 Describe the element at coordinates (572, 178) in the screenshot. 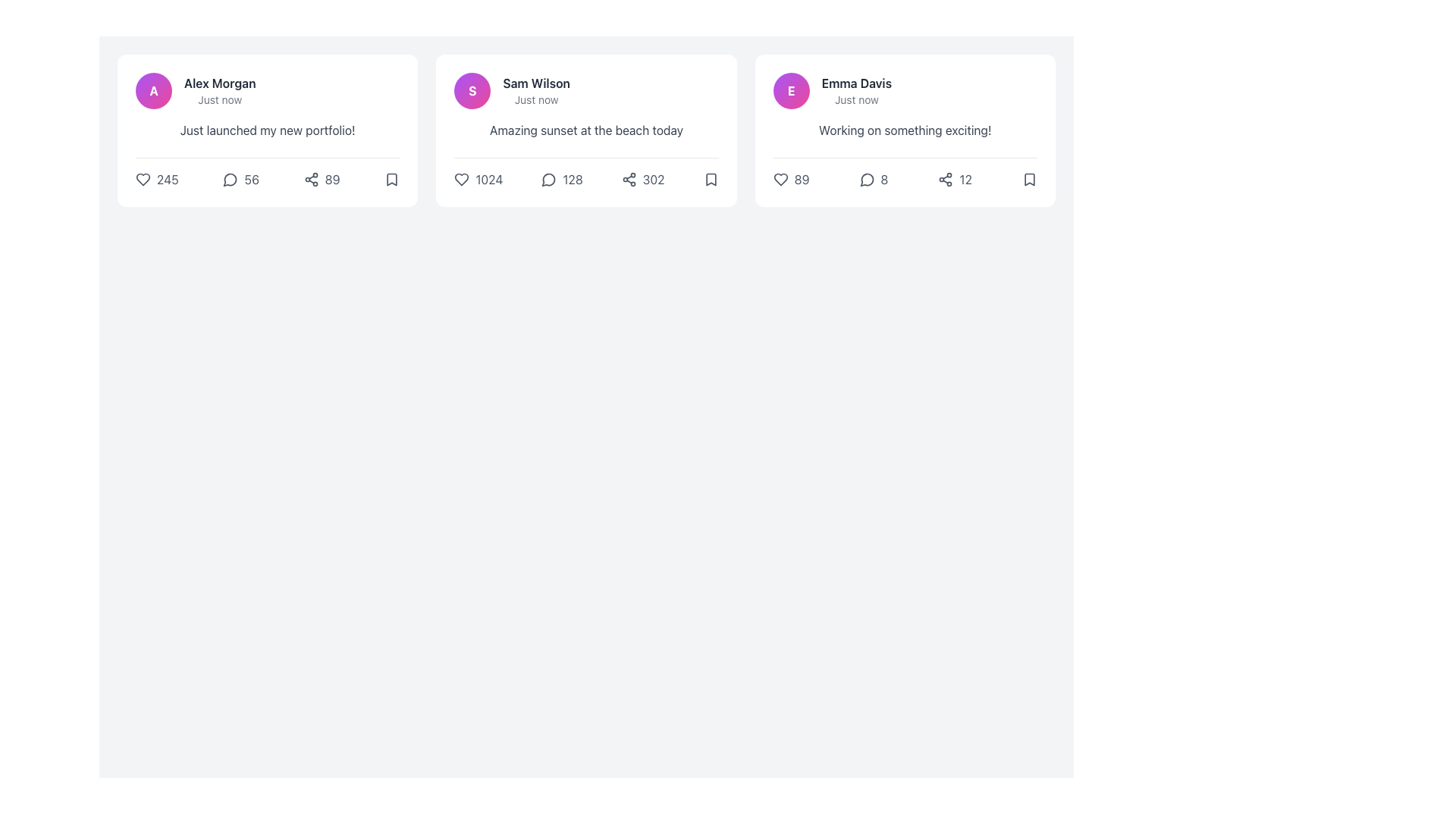

I see `the text label that displays the number of comments for a post, located to the right of the comment icon` at that location.